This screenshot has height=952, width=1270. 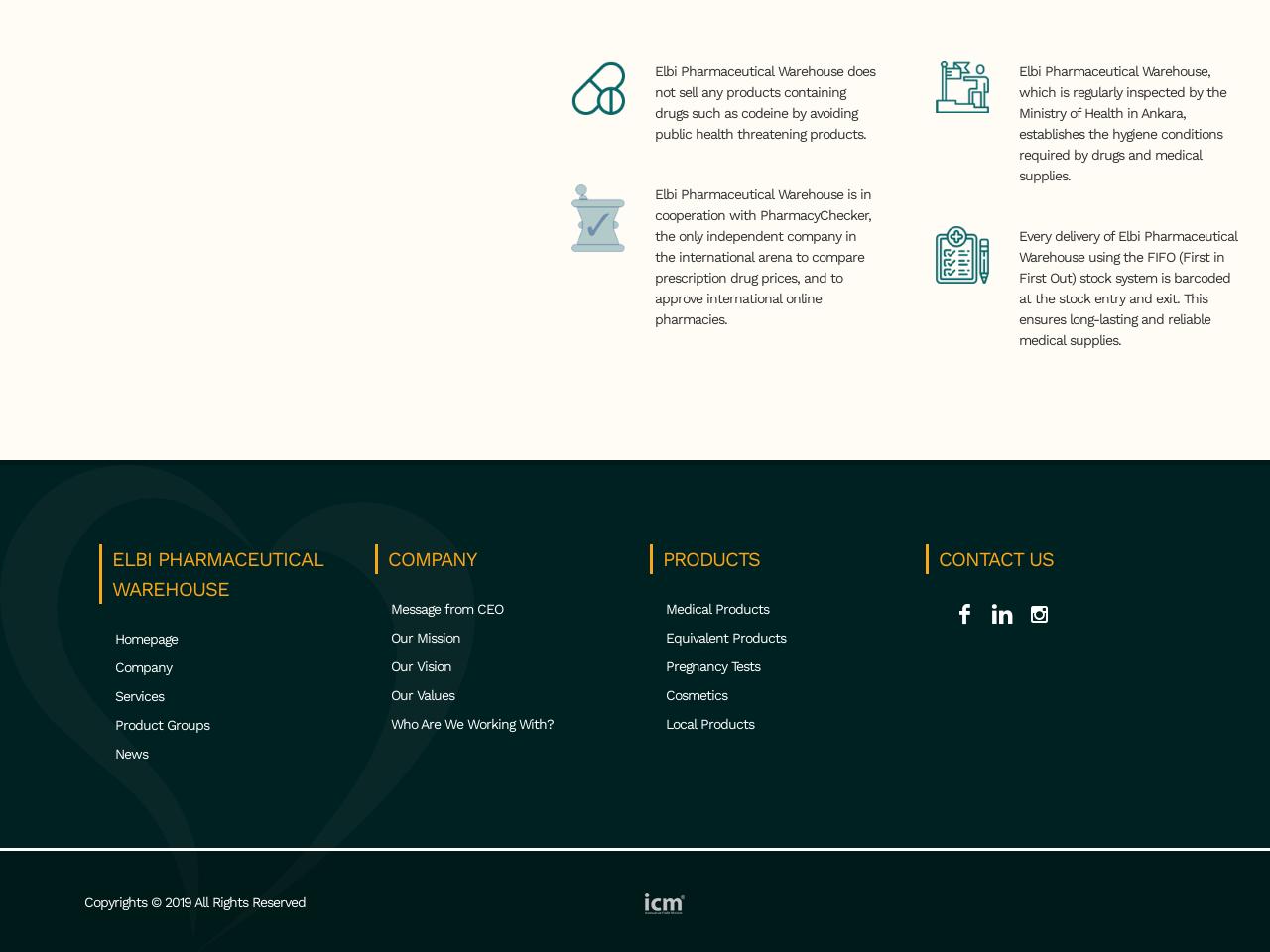 What do you see at coordinates (711, 558) in the screenshot?
I see `'PRODUCTS'` at bounding box center [711, 558].